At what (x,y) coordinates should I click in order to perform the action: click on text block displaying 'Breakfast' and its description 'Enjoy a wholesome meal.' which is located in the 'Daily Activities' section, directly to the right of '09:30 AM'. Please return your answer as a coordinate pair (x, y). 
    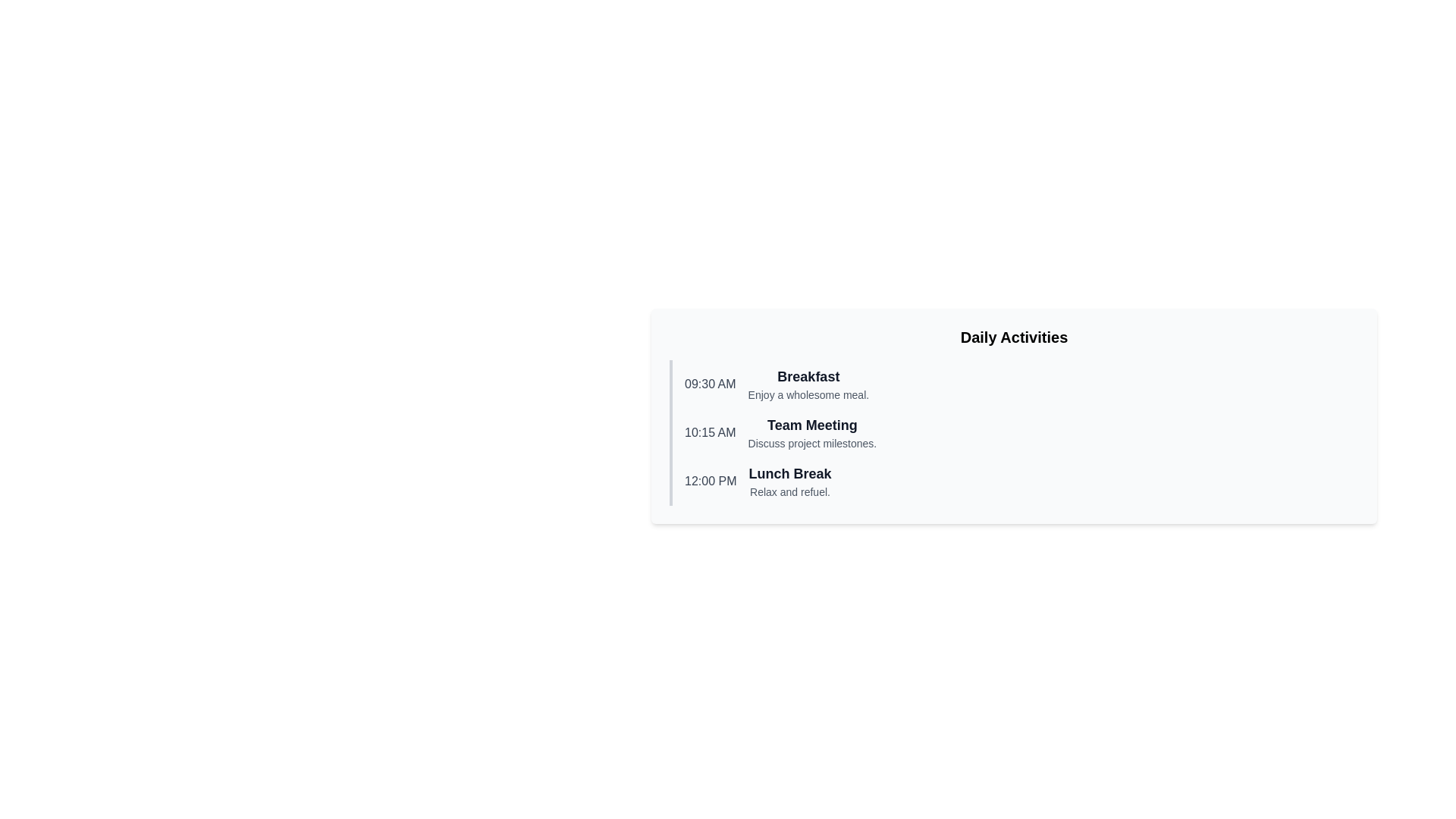
    Looking at the image, I should click on (808, 383).